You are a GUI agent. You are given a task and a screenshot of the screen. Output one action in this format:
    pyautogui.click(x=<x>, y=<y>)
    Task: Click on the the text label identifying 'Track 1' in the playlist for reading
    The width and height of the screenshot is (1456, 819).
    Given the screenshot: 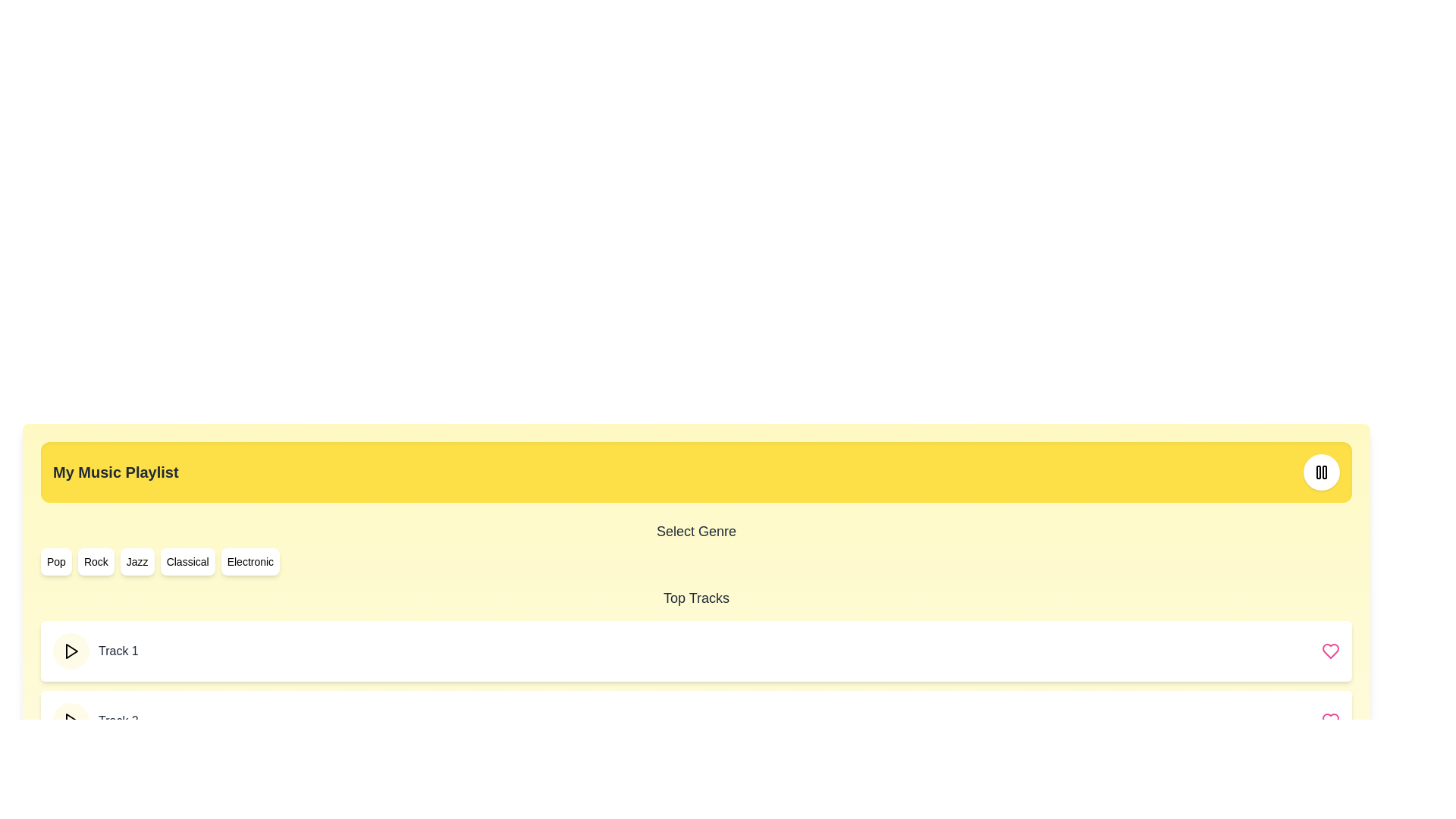 What is the action you would take?
    pyautogui.click(x=118, y=651)
    